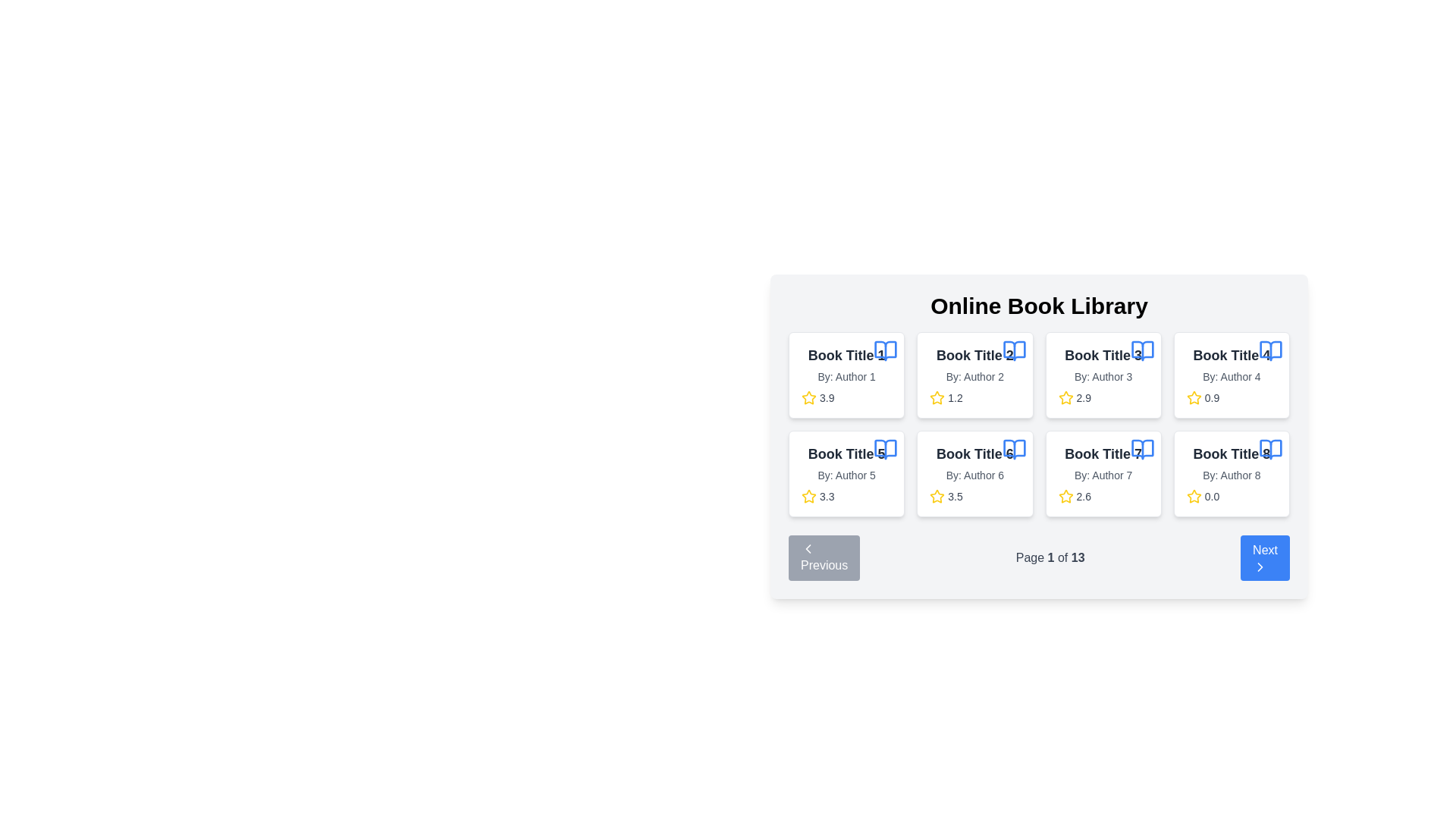 This screenshot has height=819, width=1456. I want to click on the star-shaped SVG graphic filled with yellow color, which resembles a rating icon, located in the bottom-right corner of the book's metadata card under 'Book Title 8.', so click(1193, 497).